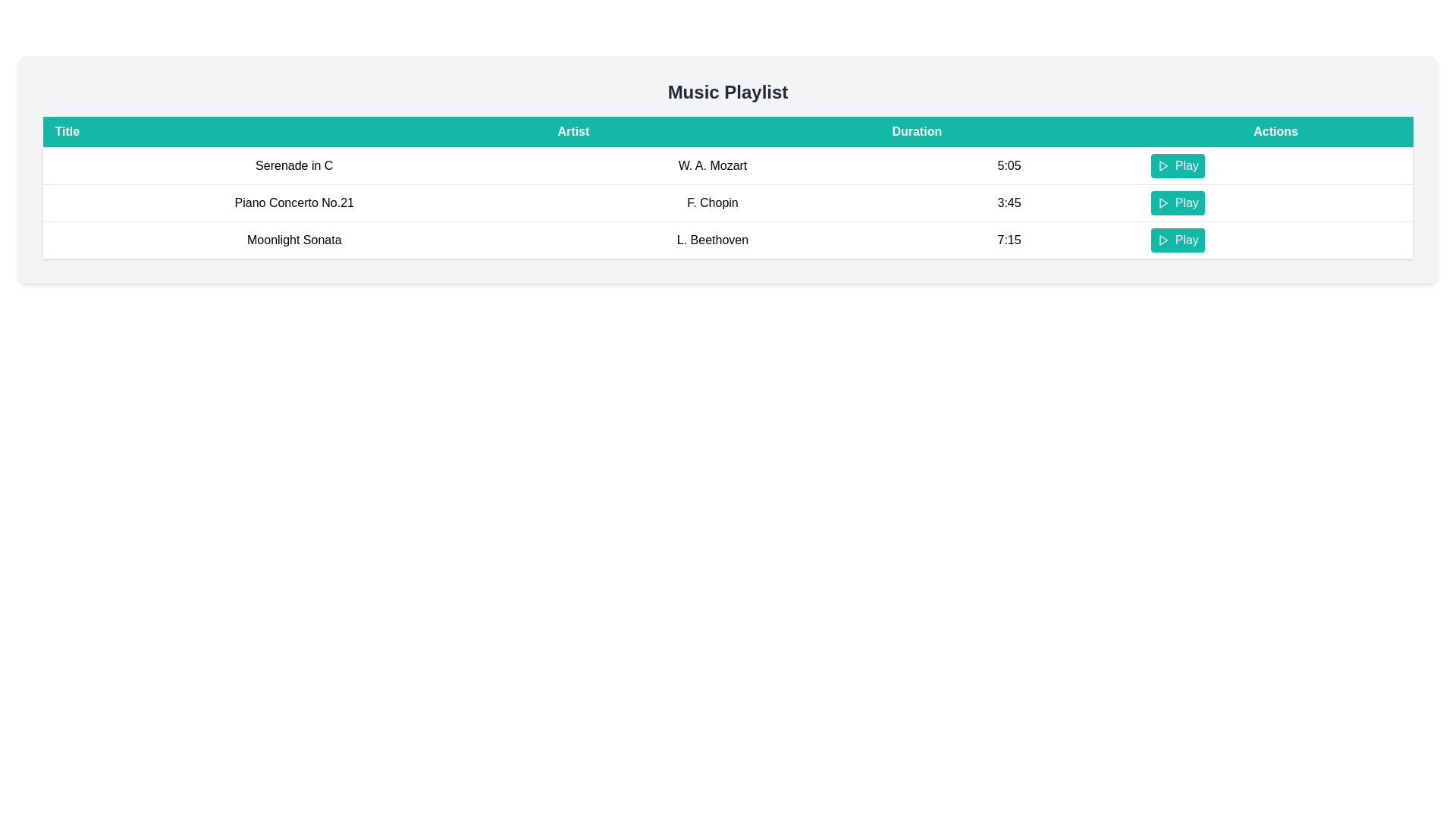 The height and width of the screenshot is (819, 1456). What do you see at coordinates (1274, 202) in the screenshot?
I see `the playback button for 'Piano Concerto No.21' by 'F. Chopin' located in the second row under the 'Actions' column, to the right of the duration '3:45'` at bounding box center [1274, 202].